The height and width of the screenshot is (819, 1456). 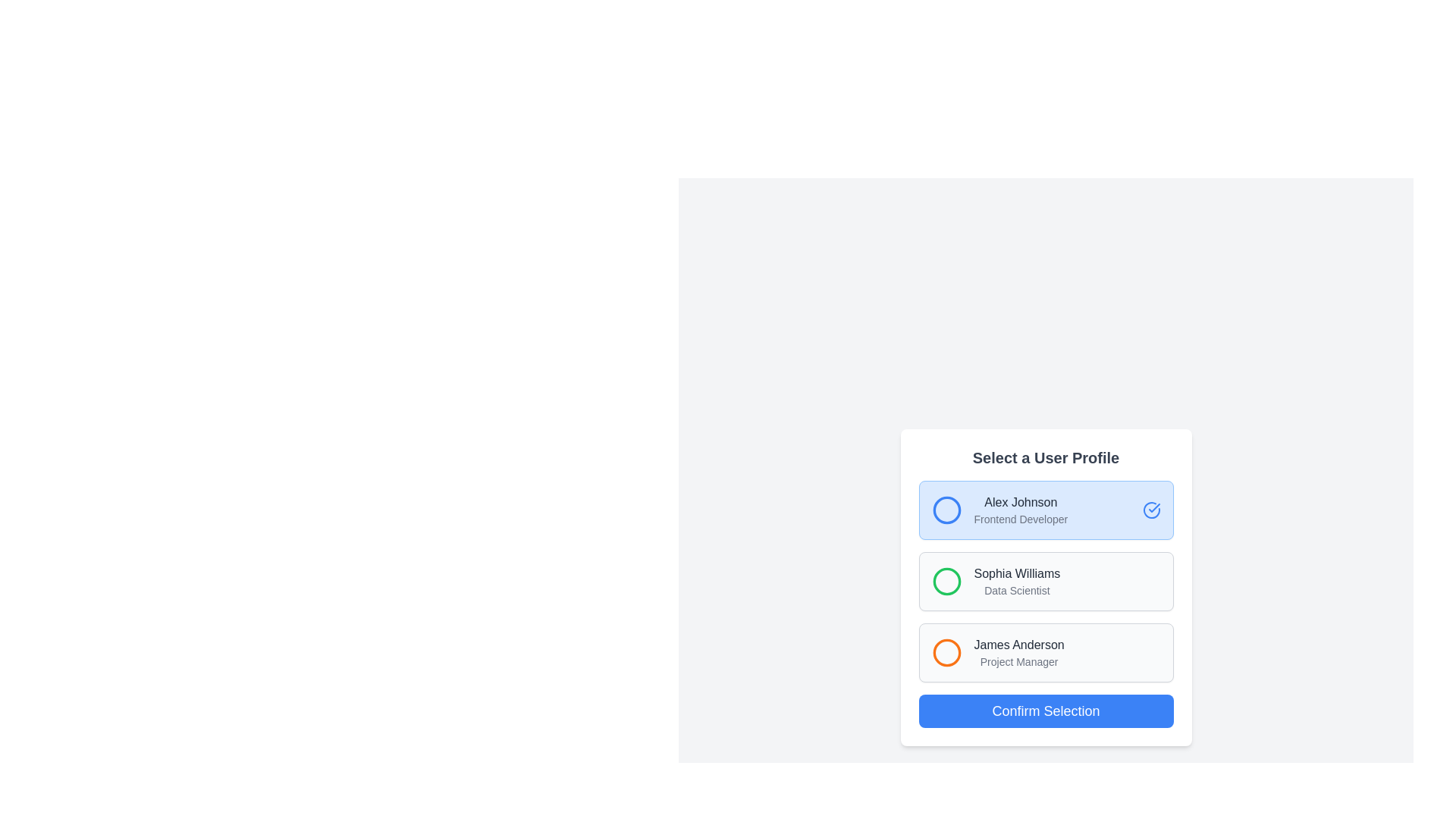 What do you see at coordinates (1021, 510) in the screenshot?
I see `the 'Alex Johnson' Text Display element, which shows the user's name and job title in a bold, dark gray font over a light blue background` at bounding box center [1021, 510].